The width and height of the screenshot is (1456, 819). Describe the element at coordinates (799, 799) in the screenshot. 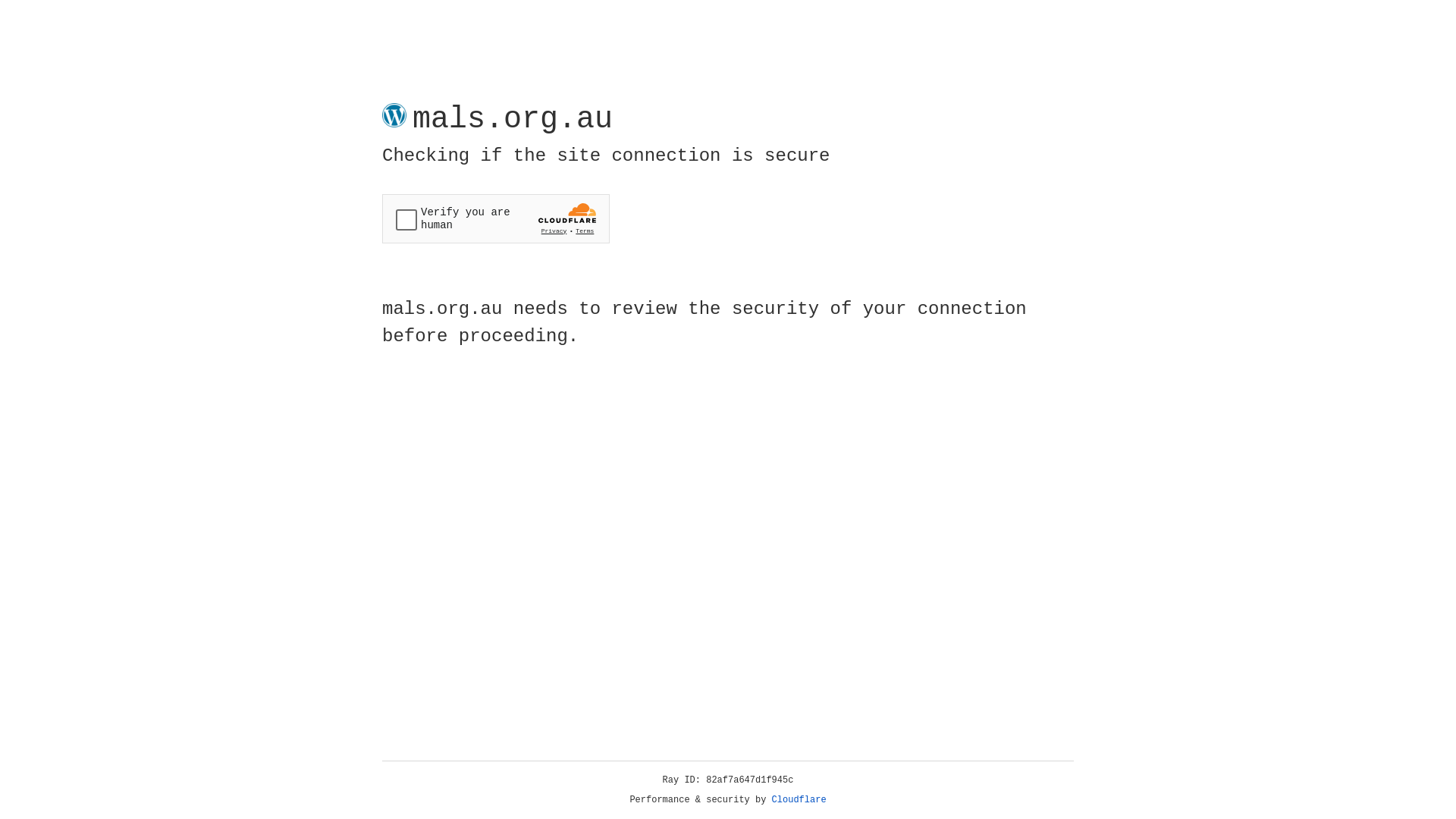

I see `'Cloudflare'` at that location.